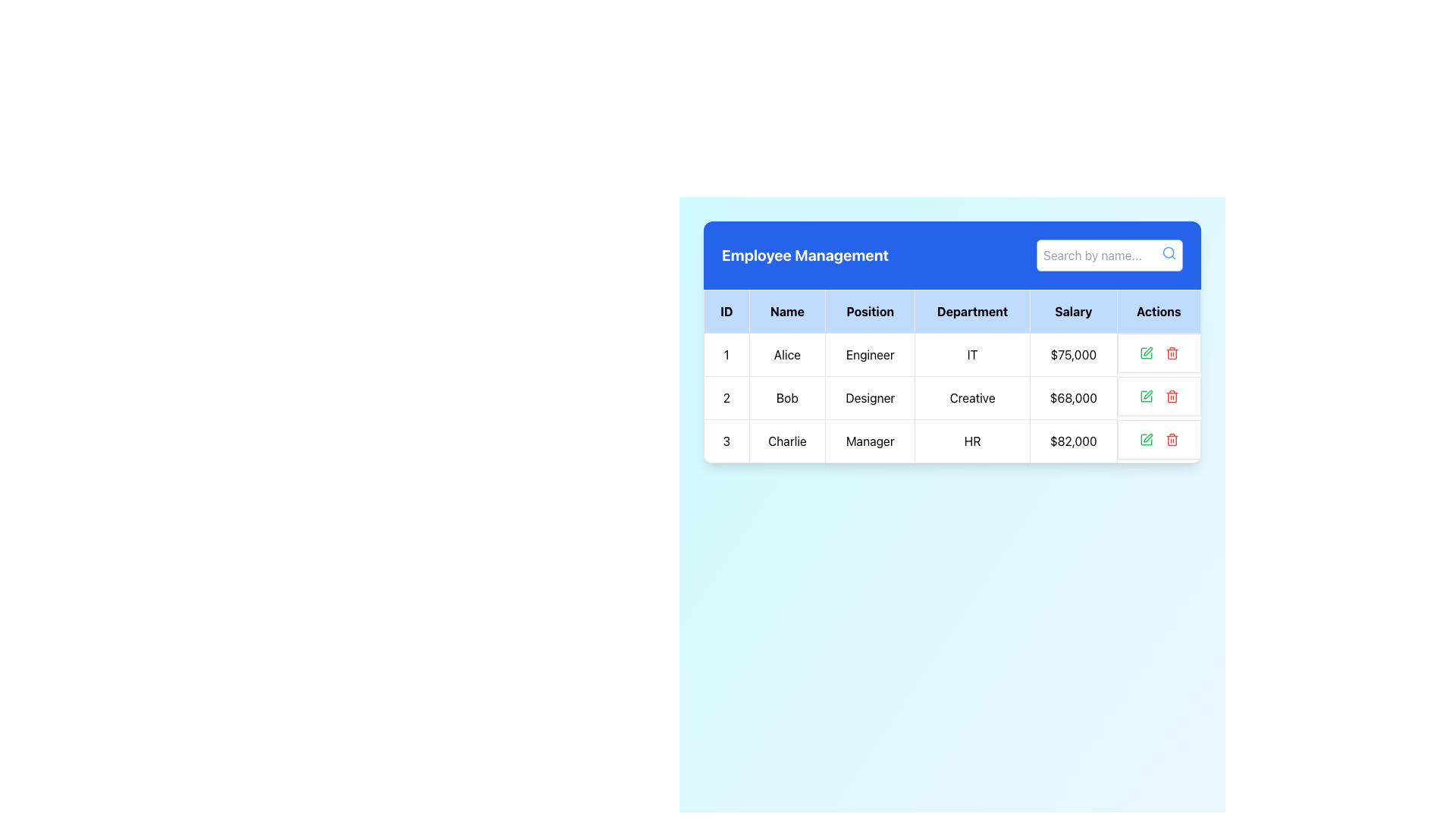 The width and height of the screenshot is (1456, 819). Describe the element at coordinates (1072, 354) in the screenshot. I see `the salary information cell for the employee 'Alice' in the 'Employee Management' table, located in the fifth column of the first data row` at that location.